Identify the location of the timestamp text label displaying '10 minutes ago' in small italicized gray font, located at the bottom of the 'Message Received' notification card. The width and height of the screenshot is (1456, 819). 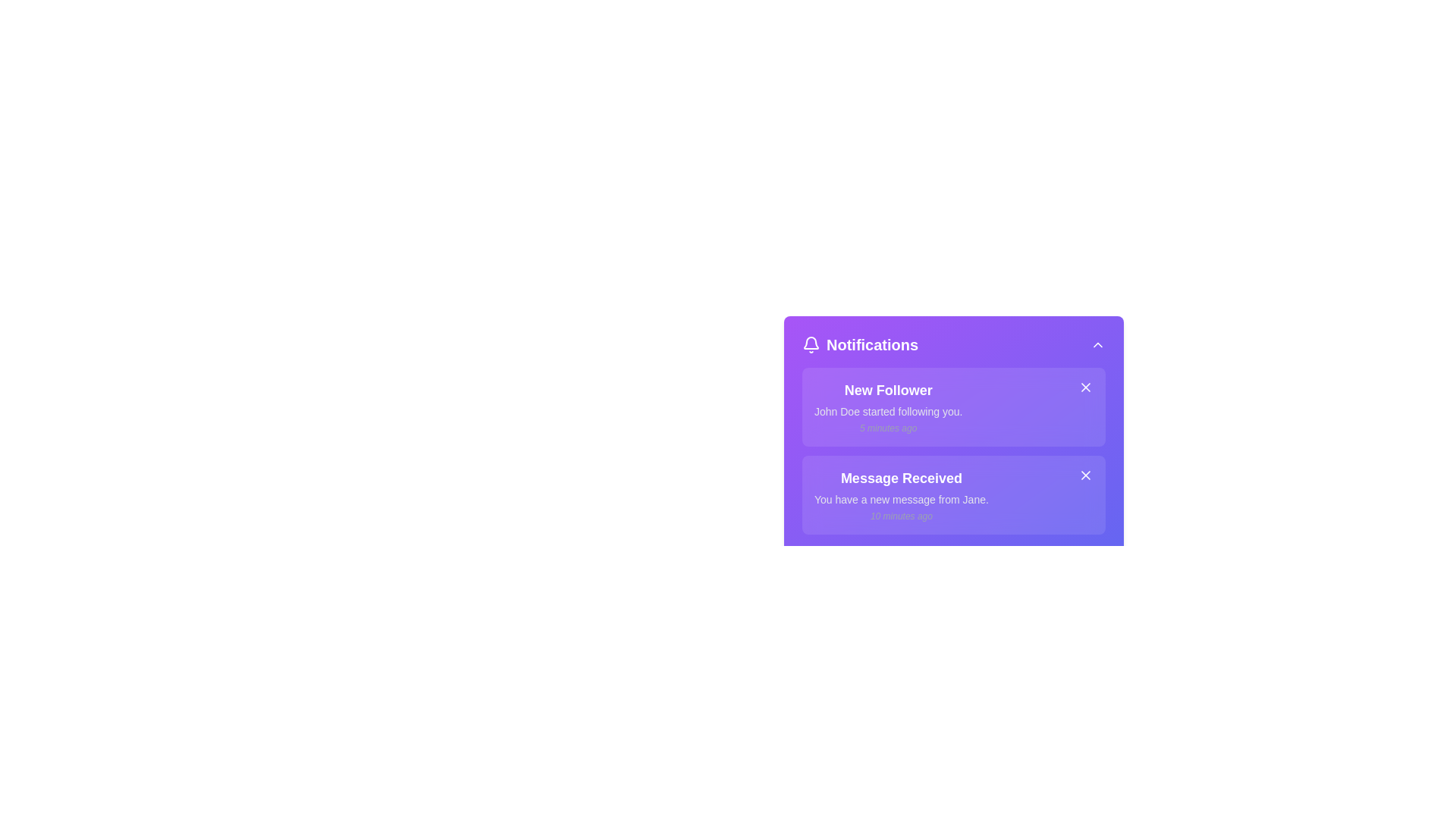
(901, 516).